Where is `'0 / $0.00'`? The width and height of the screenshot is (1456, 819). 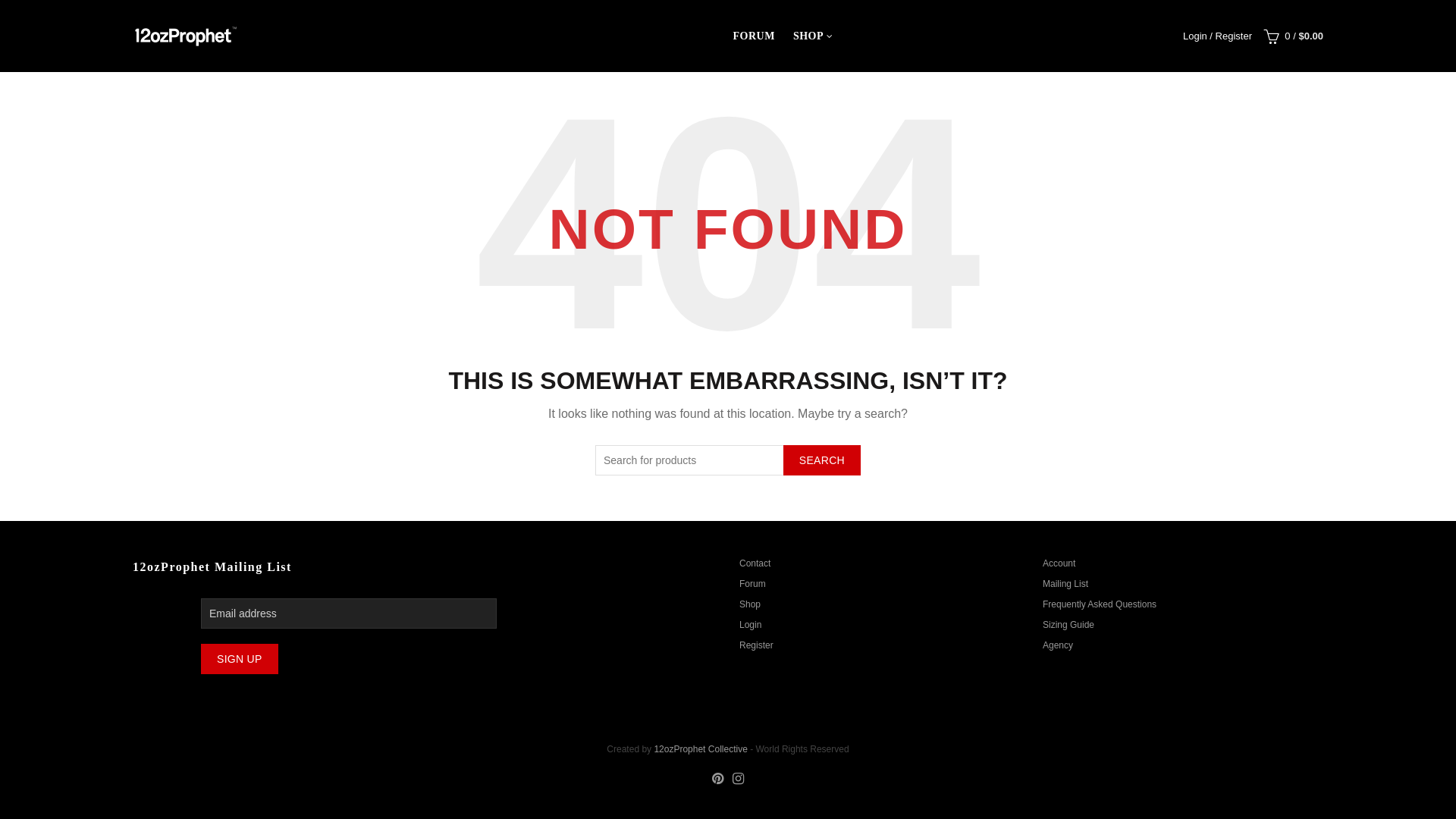
'0 / $0.00' is located at coordinates (1291, 34).